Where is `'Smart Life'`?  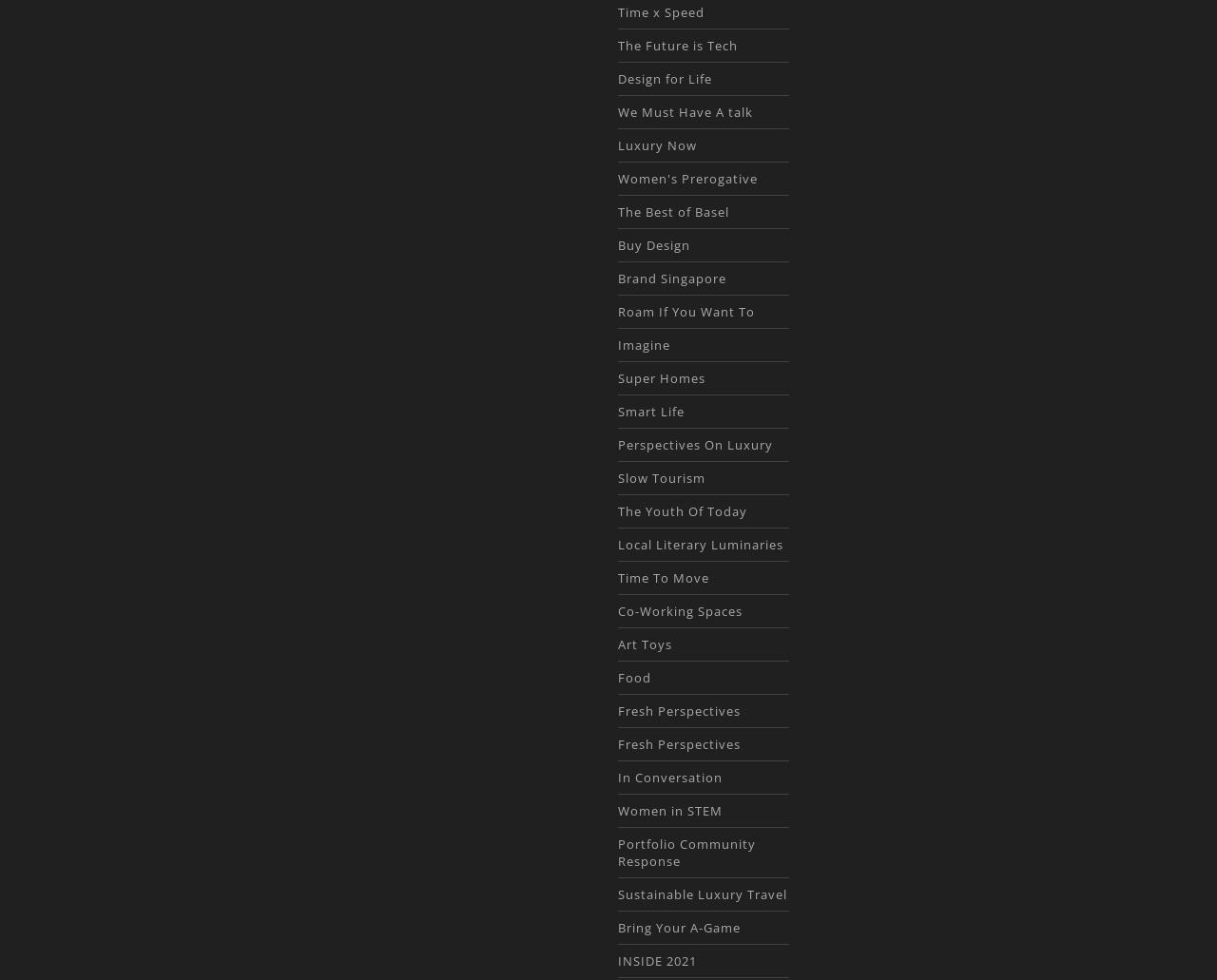
'Smart Life' is located at coordinates (650, 412).